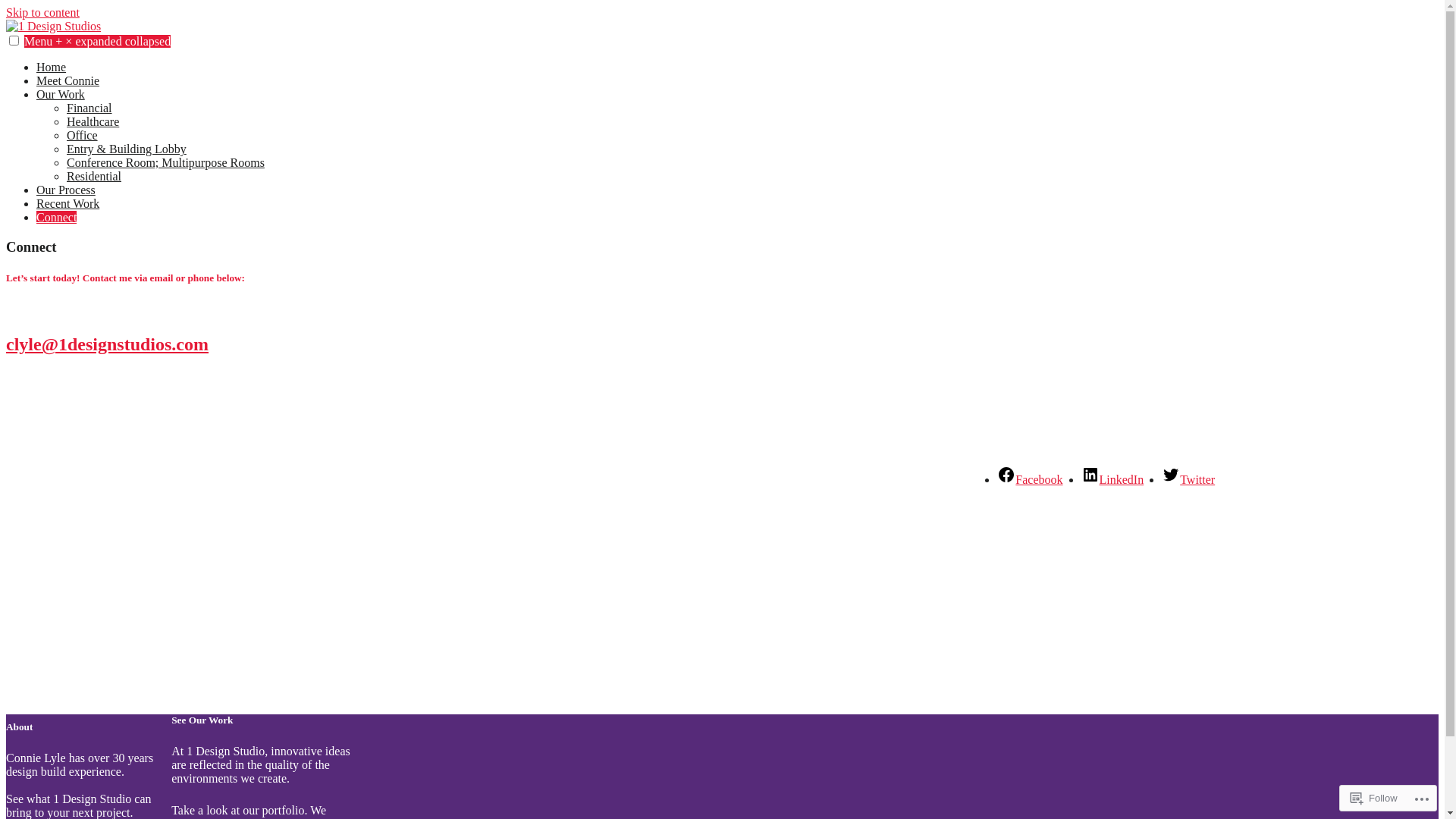  I want to click on 'Financial', so click(89, 107).